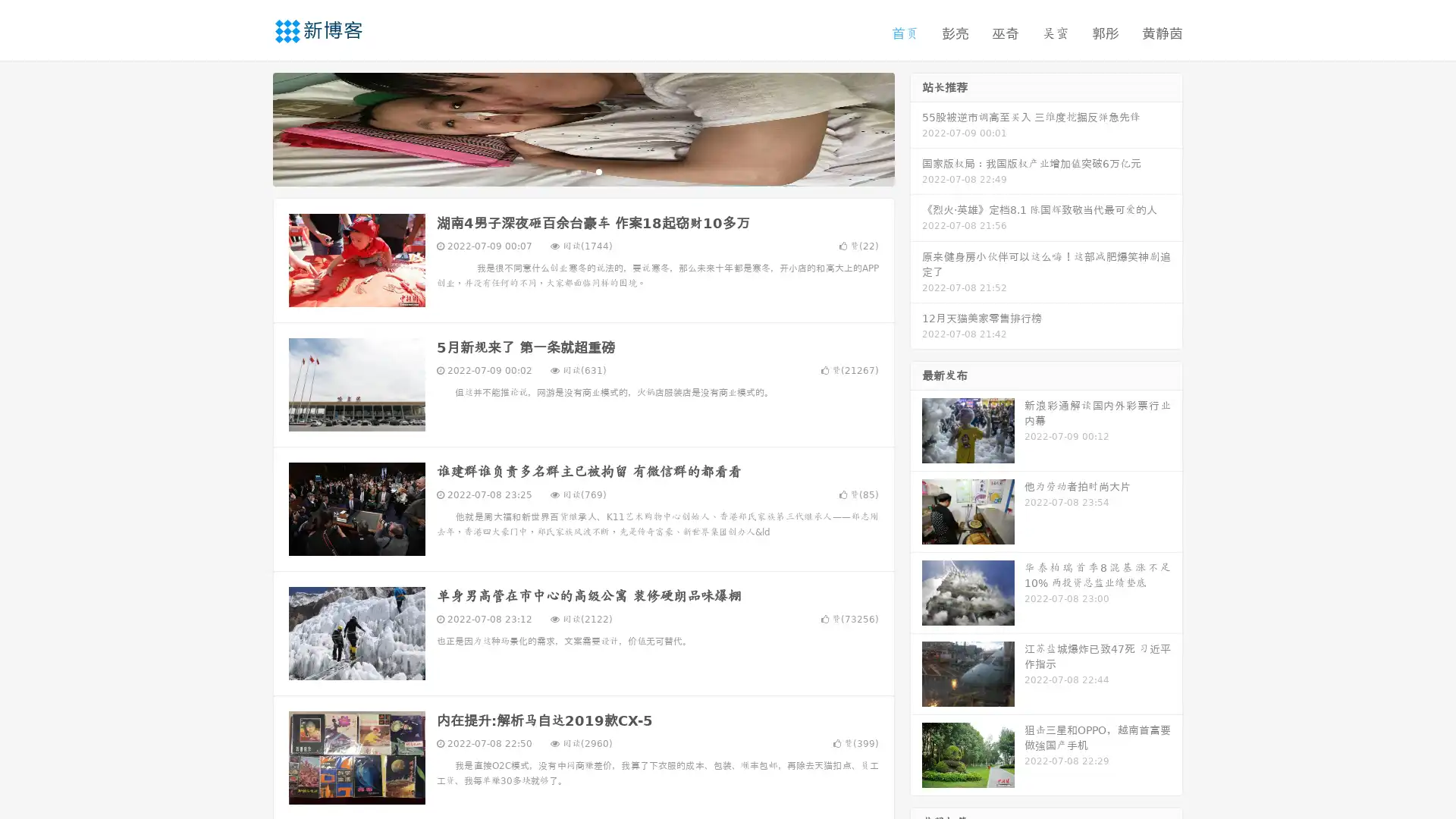 The width and height of the screenshot is (1456, 819). I want to click on Previous slide, so click(250, 127).